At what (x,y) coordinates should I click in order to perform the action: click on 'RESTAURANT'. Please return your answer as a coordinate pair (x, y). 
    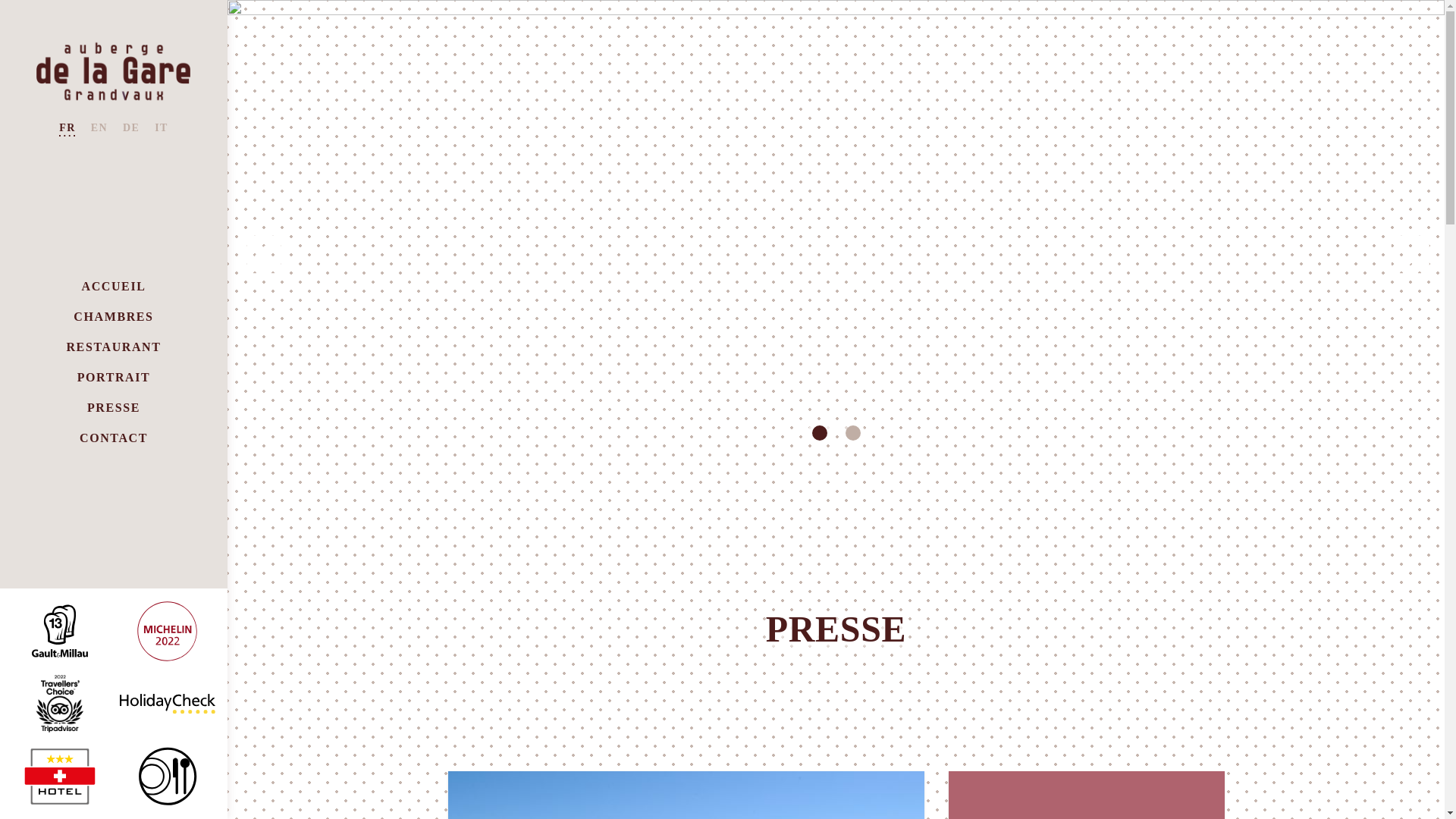
    Looking at the image, I should click on (64, 347).